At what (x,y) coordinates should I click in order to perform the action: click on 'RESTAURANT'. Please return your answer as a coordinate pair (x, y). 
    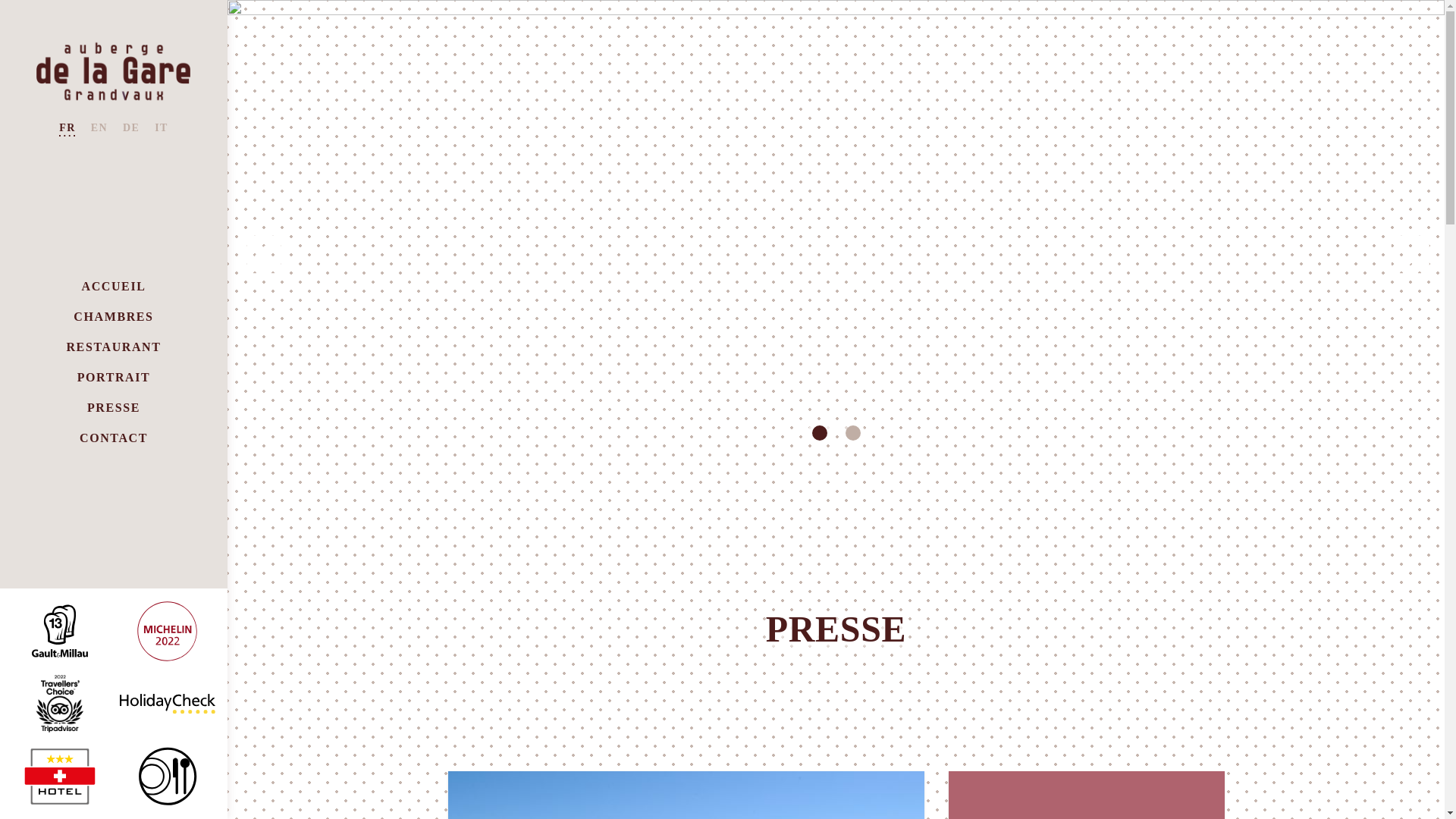
    Looking at the image, I should click on (64, 347).